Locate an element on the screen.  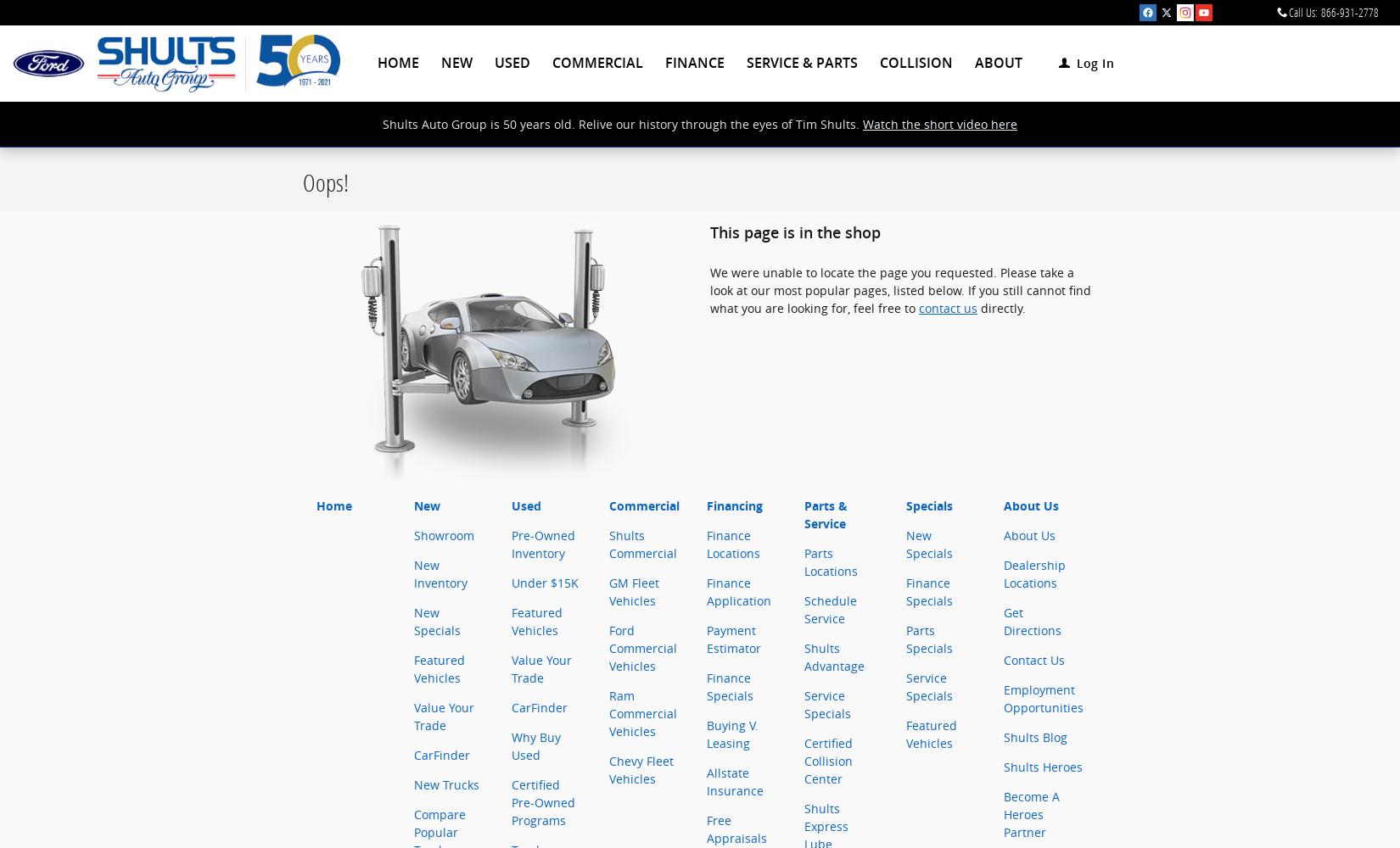
'Pre-Owned Inventory' is located at coordinates (542, 544).